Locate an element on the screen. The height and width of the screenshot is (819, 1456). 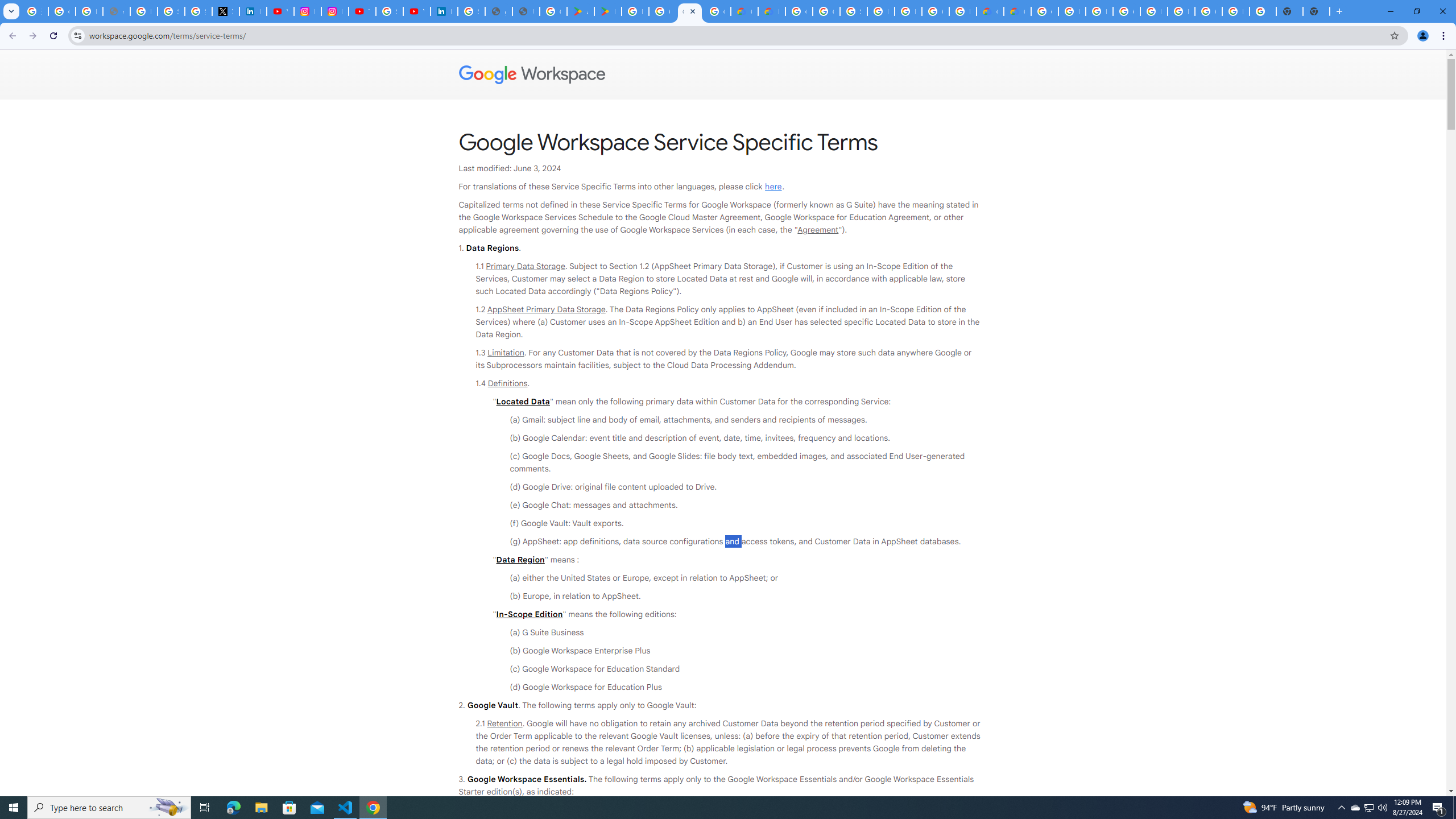
'User Details' is located at coordinates (526, 11).